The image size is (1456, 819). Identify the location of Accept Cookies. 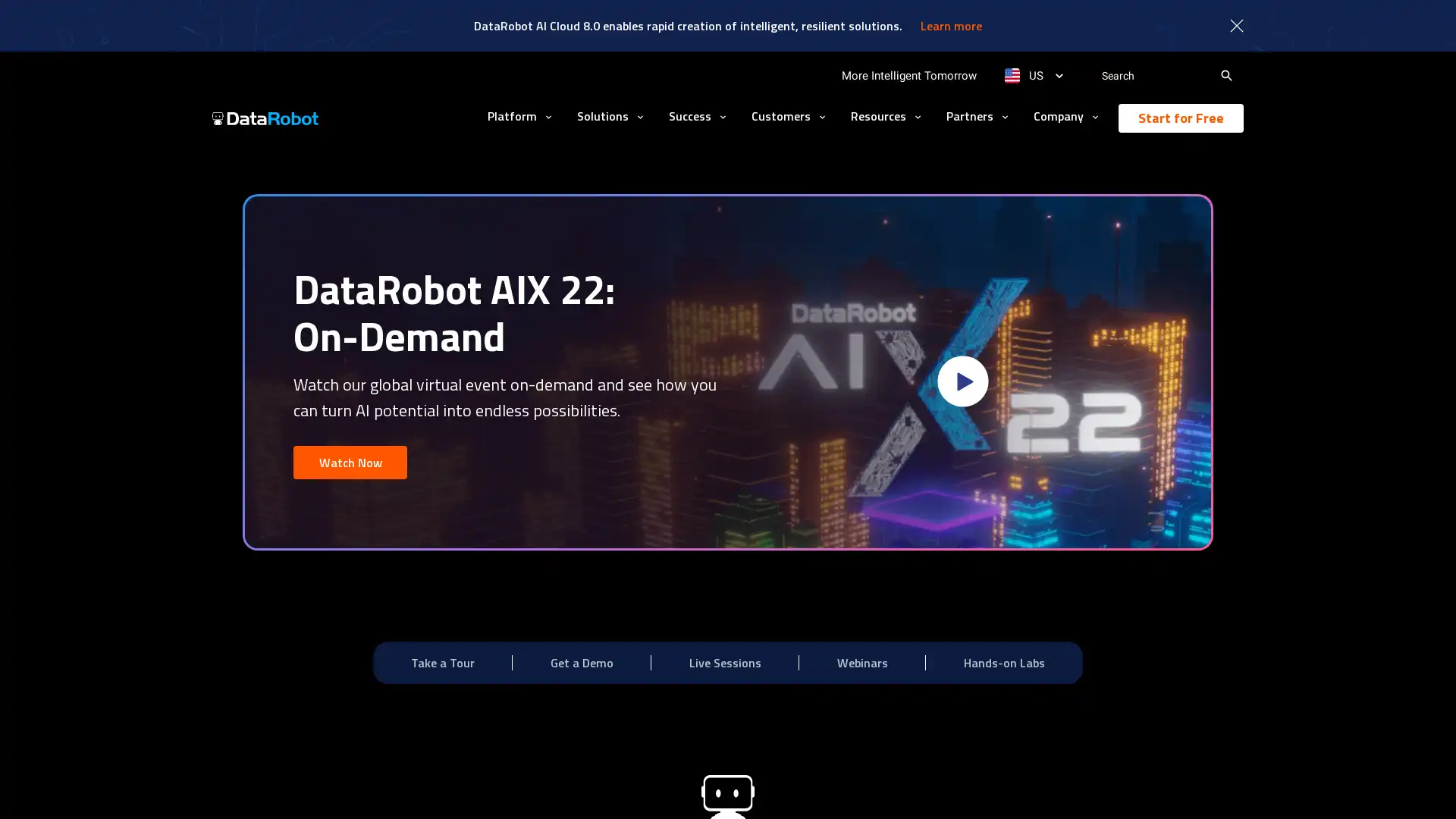
(1075, 786).